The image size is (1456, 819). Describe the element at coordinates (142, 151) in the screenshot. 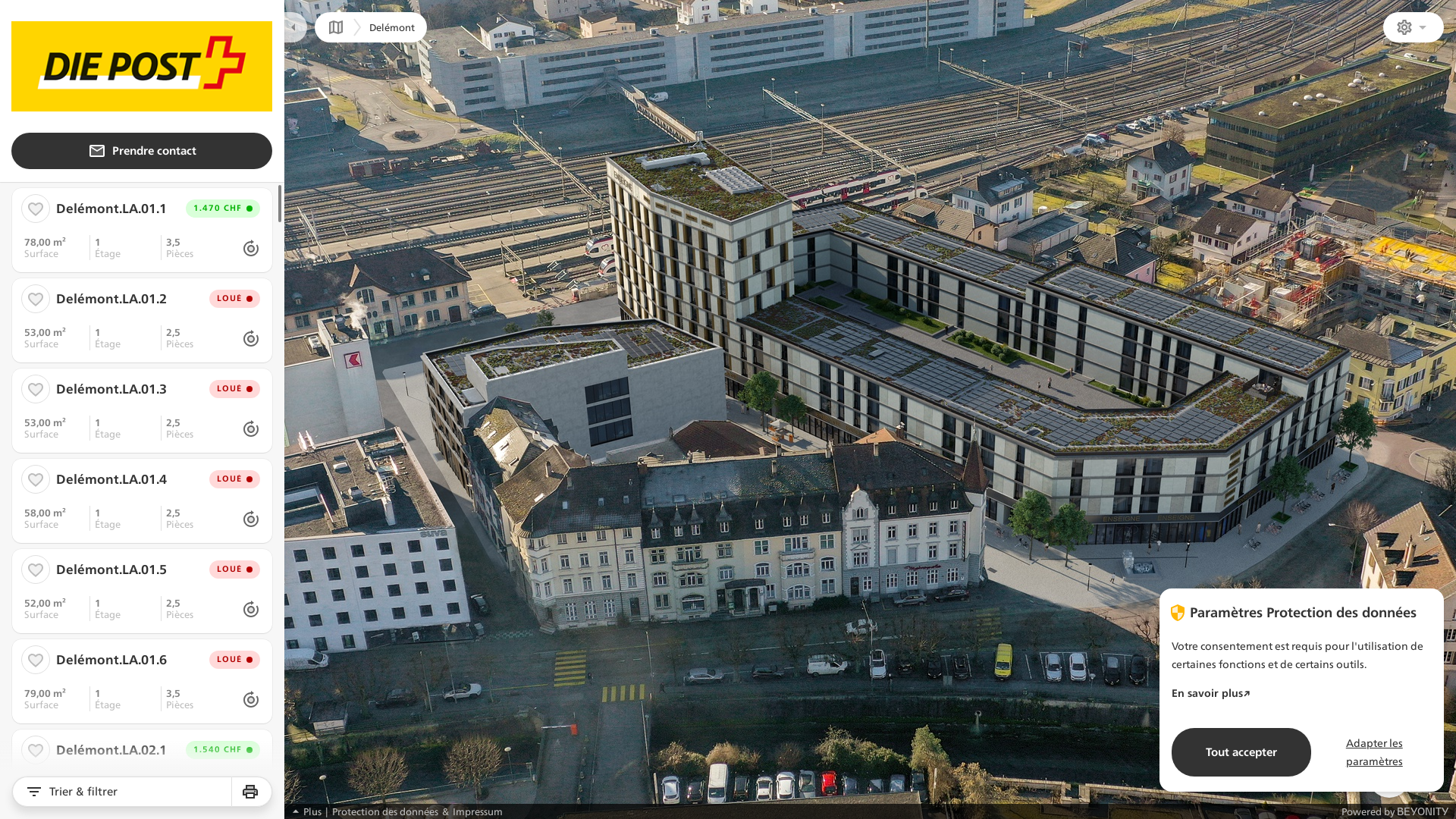

I see `'Prendre contact'` at that location.